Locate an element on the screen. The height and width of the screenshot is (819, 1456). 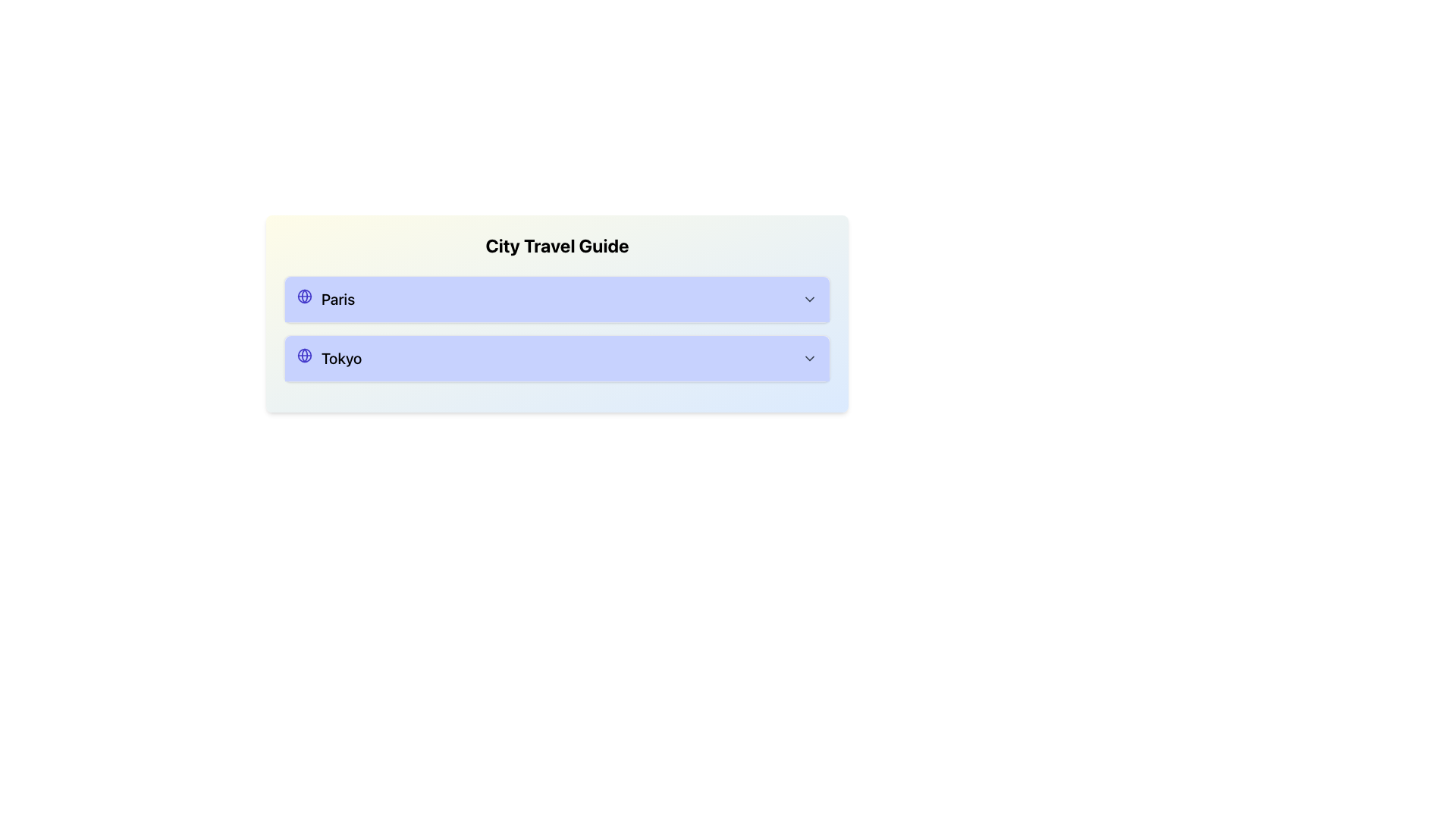
the second clickable list item labeled 'Tokyo' in the 'City Travel Guide' is located at coordinates (556, 359).